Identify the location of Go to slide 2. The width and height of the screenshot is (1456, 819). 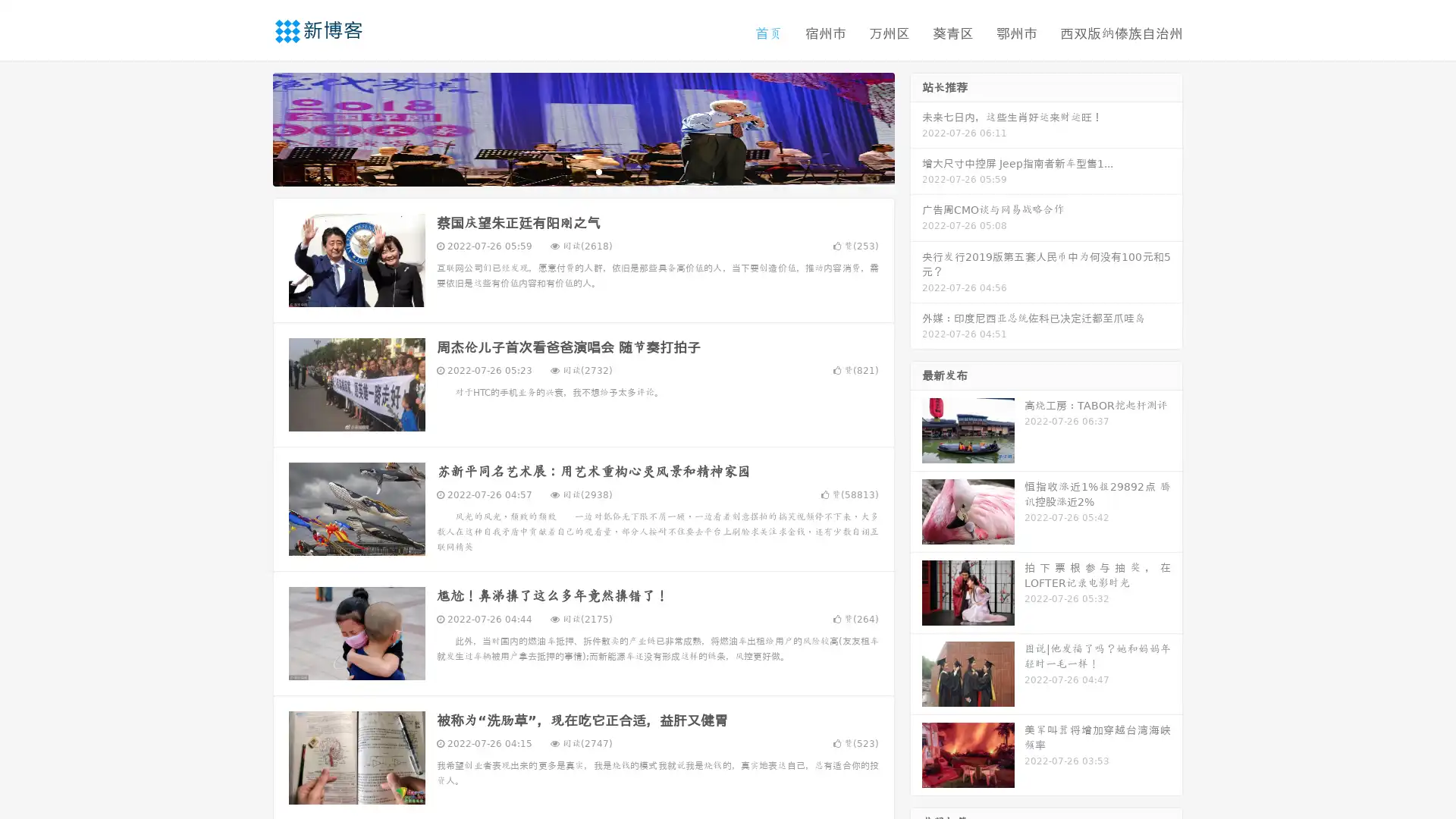
(582, 171).